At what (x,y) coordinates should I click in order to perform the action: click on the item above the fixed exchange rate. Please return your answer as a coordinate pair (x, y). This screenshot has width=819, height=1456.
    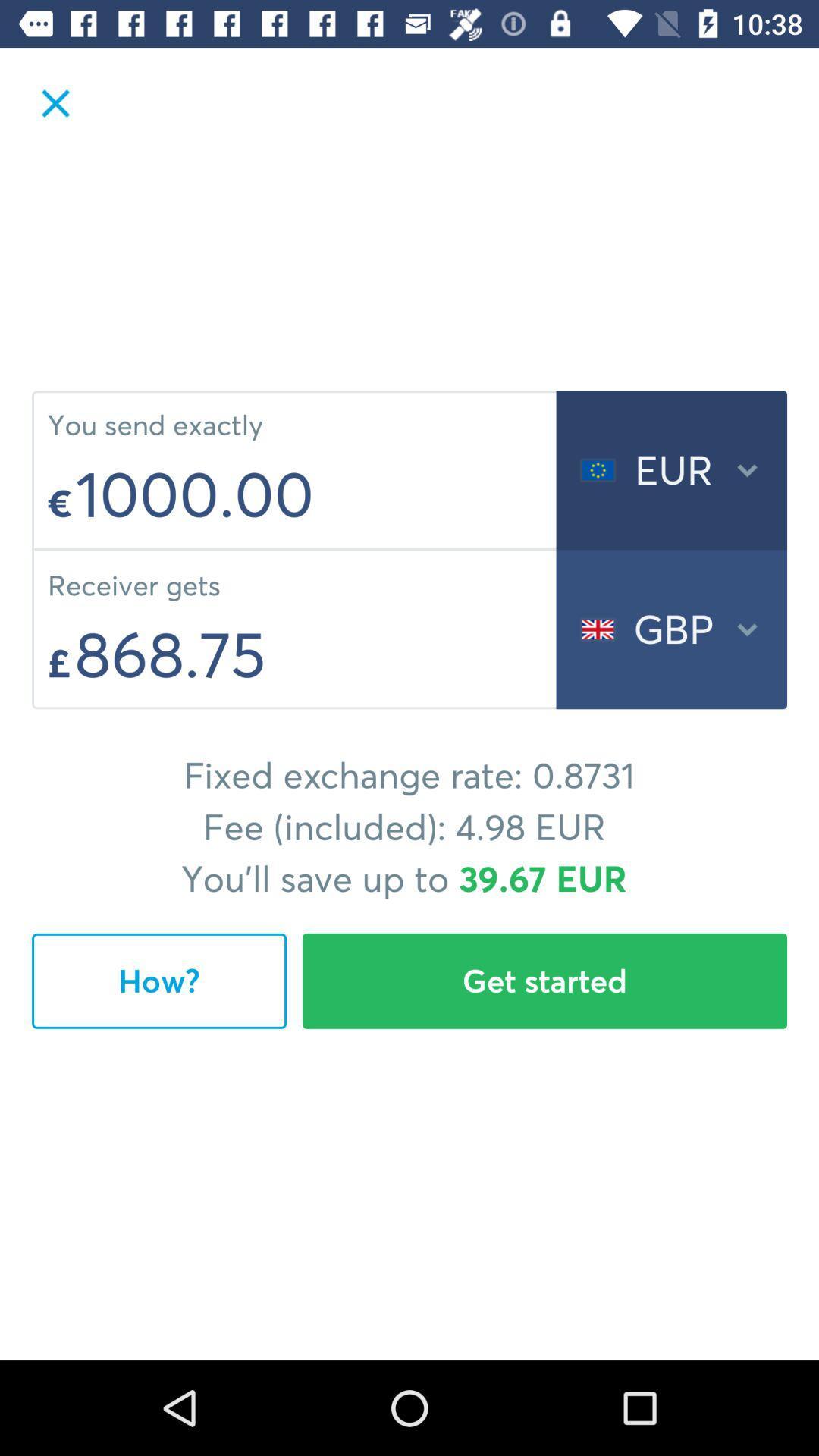
    Looking at the image, I should click on (310, 654).